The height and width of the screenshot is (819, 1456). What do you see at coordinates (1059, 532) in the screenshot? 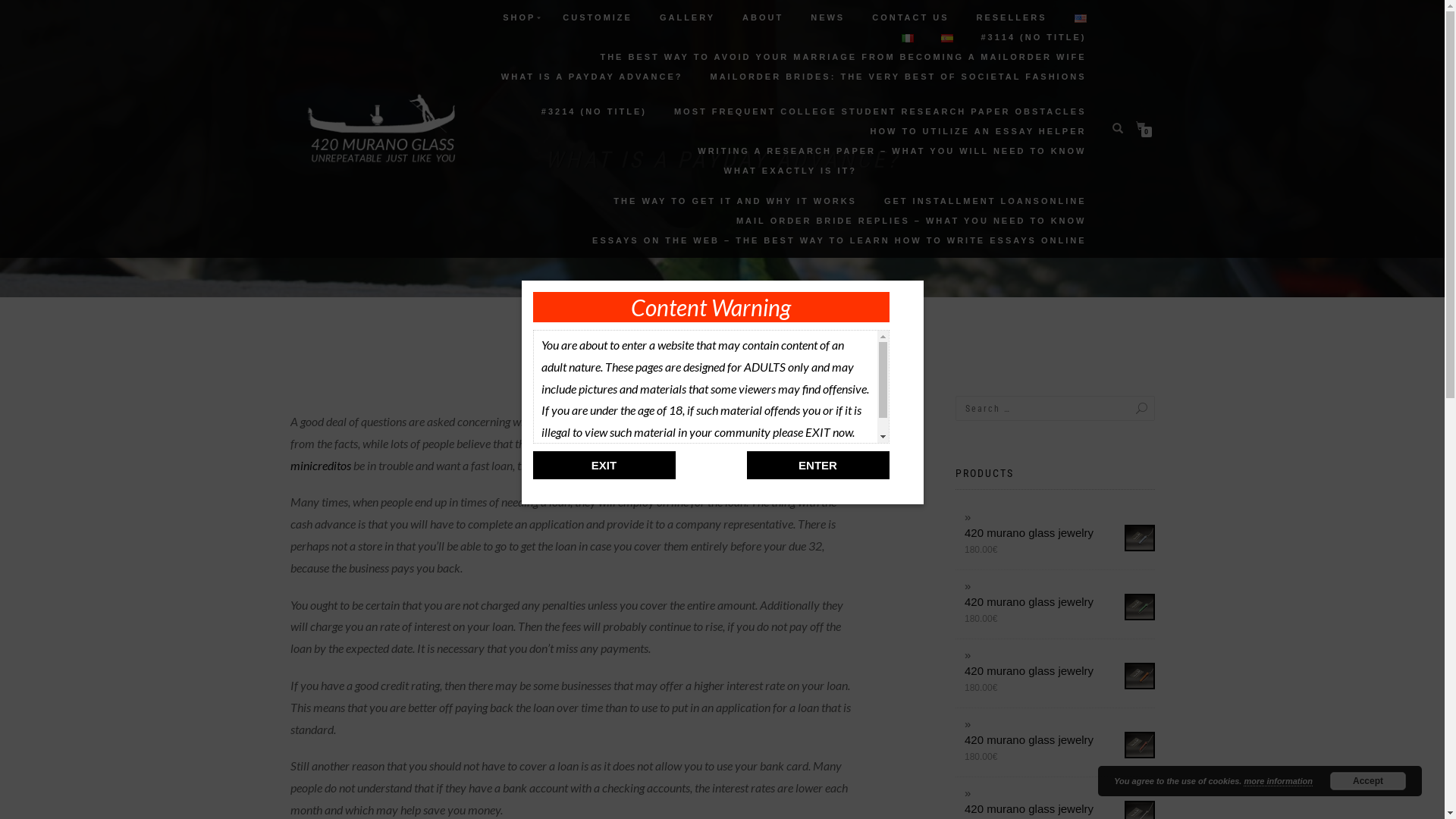
I see `'420 murano glass jewelry'` at bounding box center [1059, 532].